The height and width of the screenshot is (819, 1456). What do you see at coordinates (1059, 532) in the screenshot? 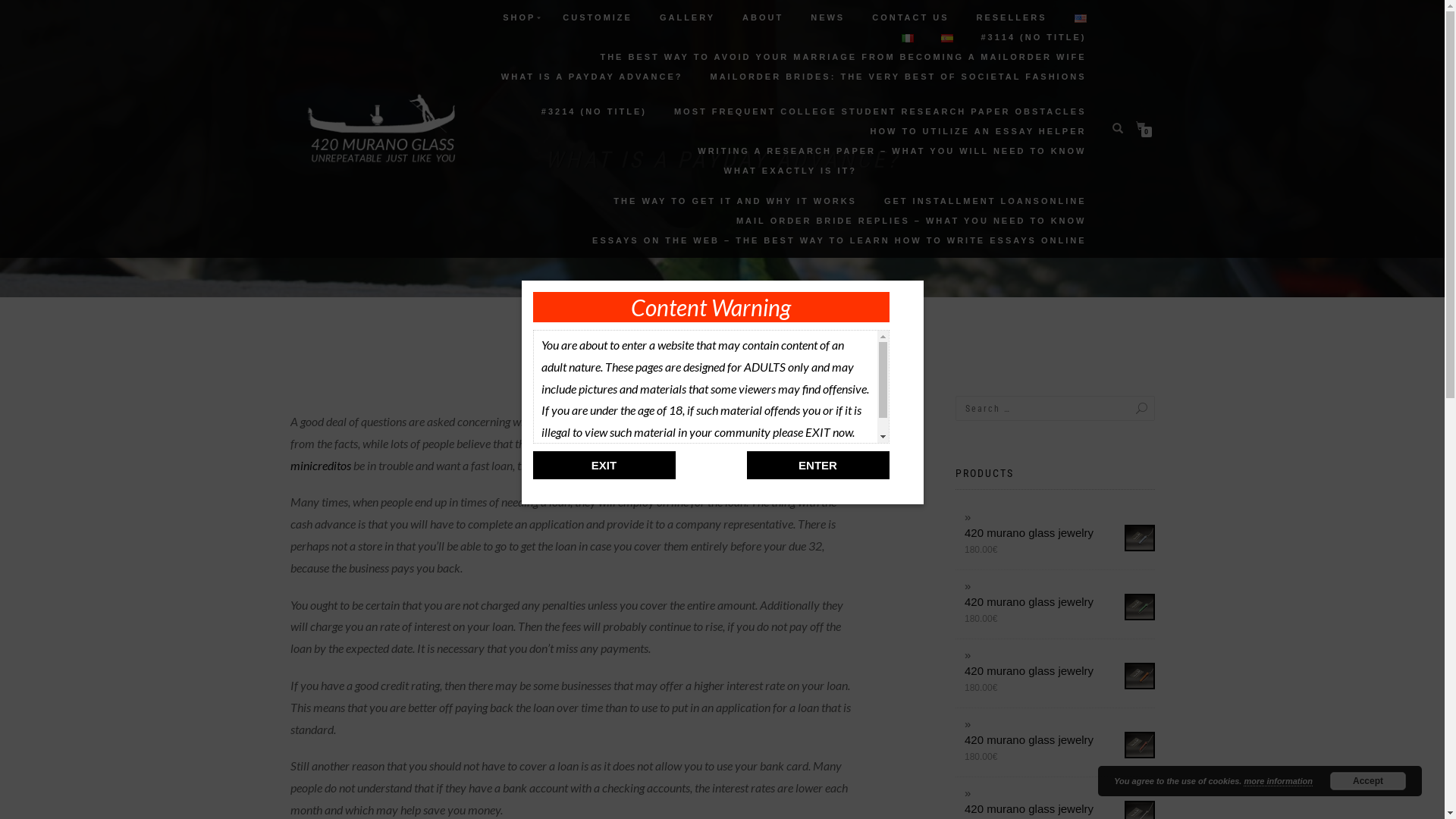
I see `'420 murano glass jewelry'` at bounding box center [1059, 532].